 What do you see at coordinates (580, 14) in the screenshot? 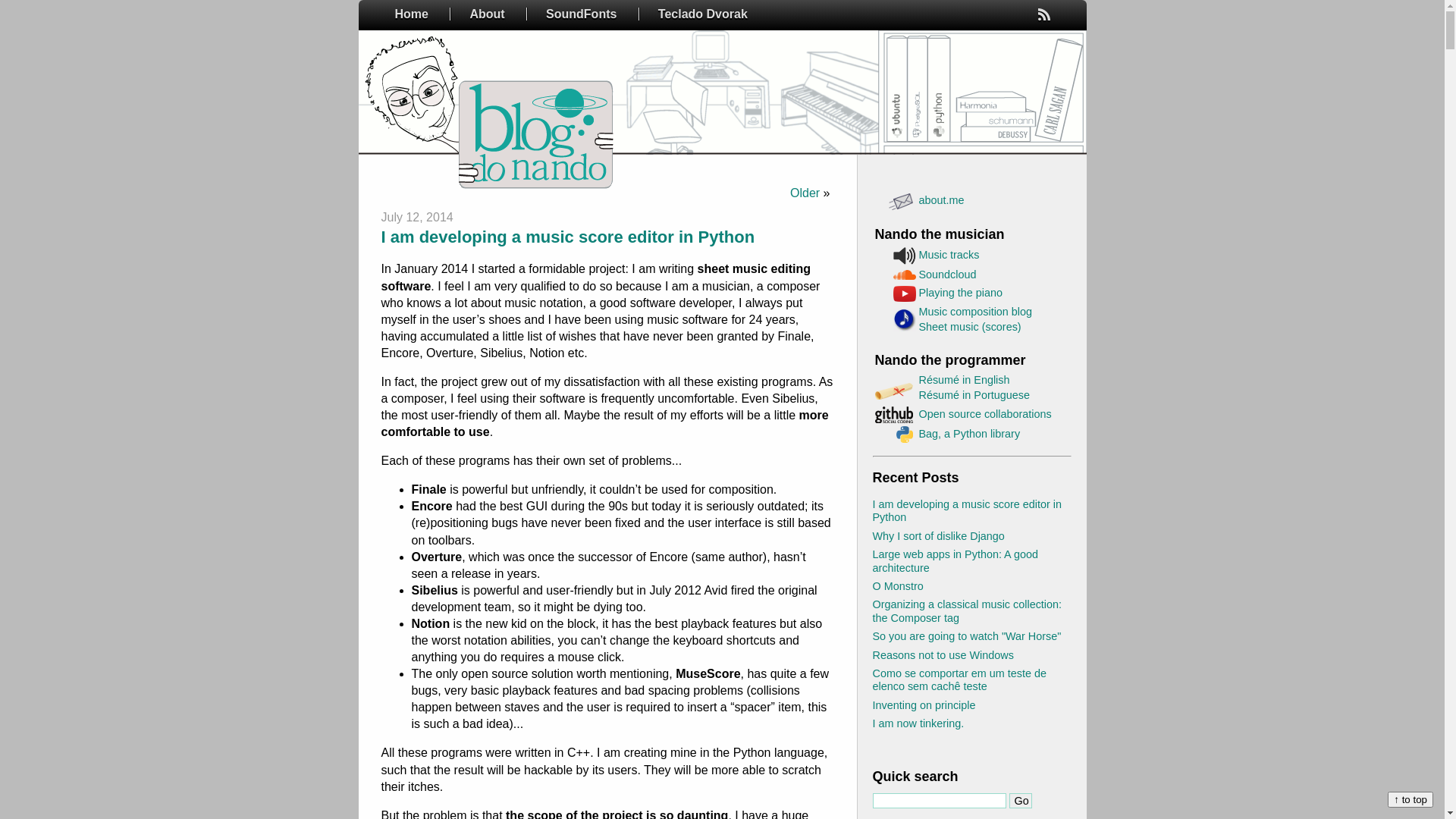
I see `'SoundFonts'` at bounding box center [580, 14].